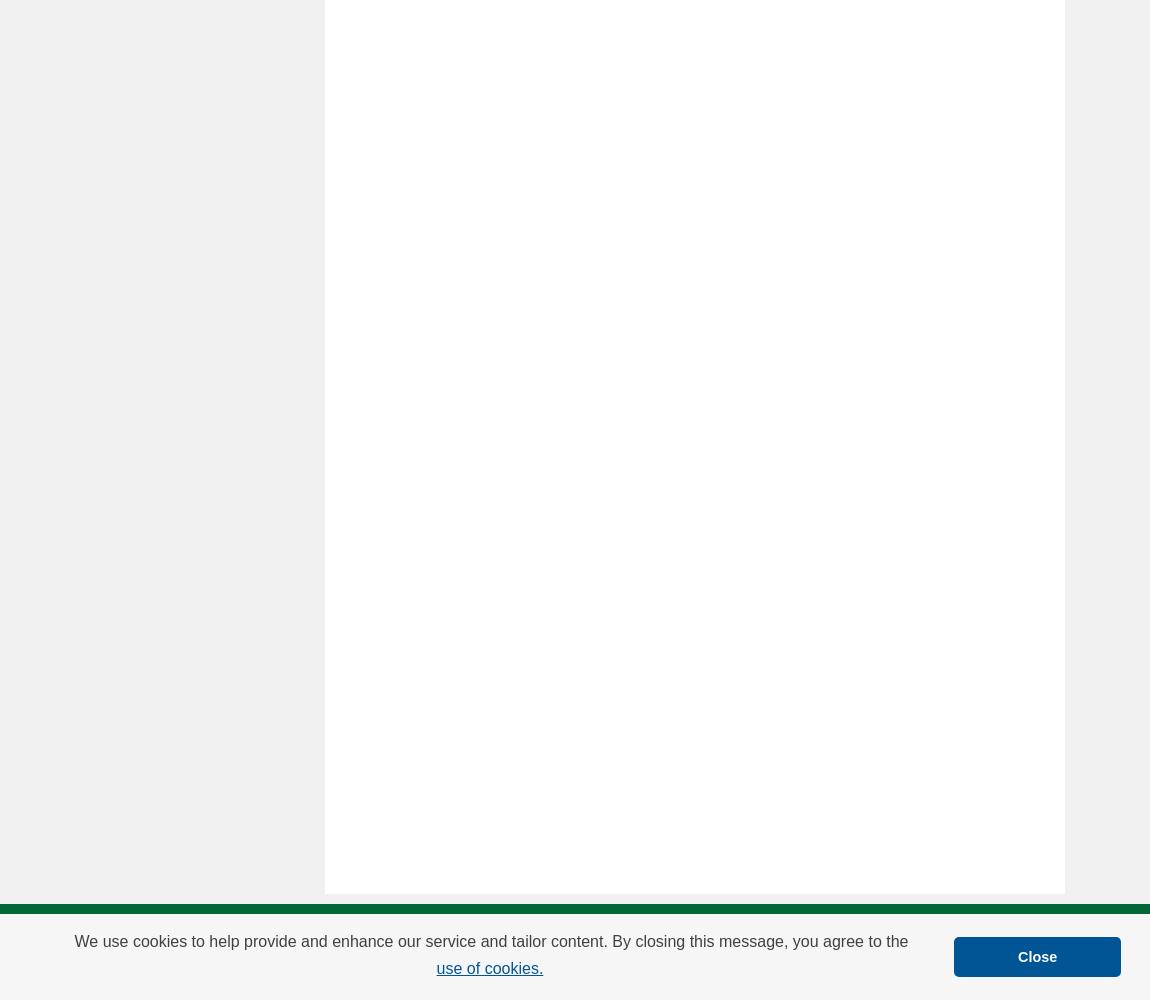 The width and height of the screenshot is (1150, 1000). Describe the element at coordinates (369, 939) in the screenshot. I see `'FAQ'` at that location.